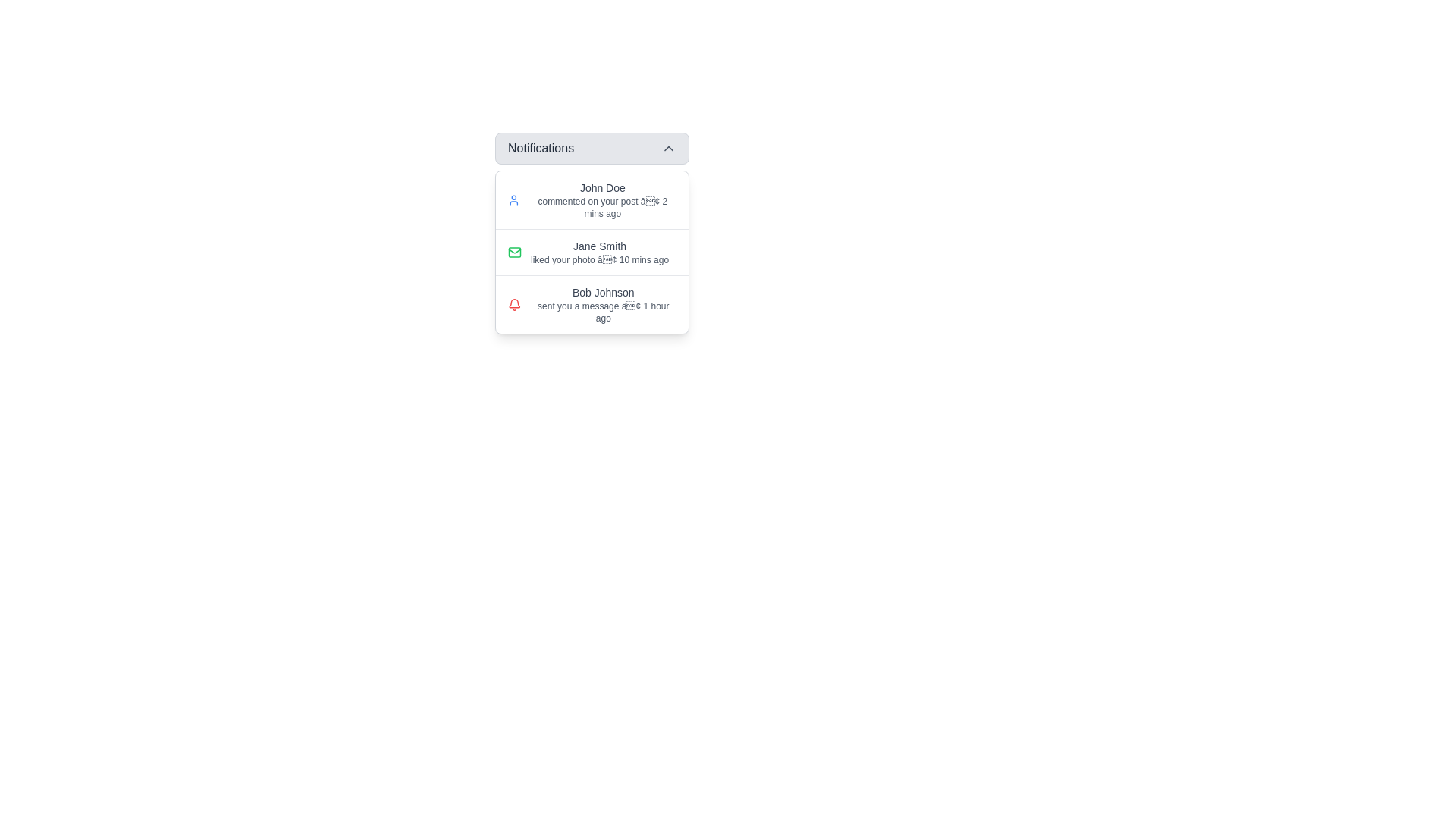 The width and height of the screenshot is (1456, 819). Describe the element at coordinates (591, 251) in the screenshot. I see `an item in the notification list` at that location.